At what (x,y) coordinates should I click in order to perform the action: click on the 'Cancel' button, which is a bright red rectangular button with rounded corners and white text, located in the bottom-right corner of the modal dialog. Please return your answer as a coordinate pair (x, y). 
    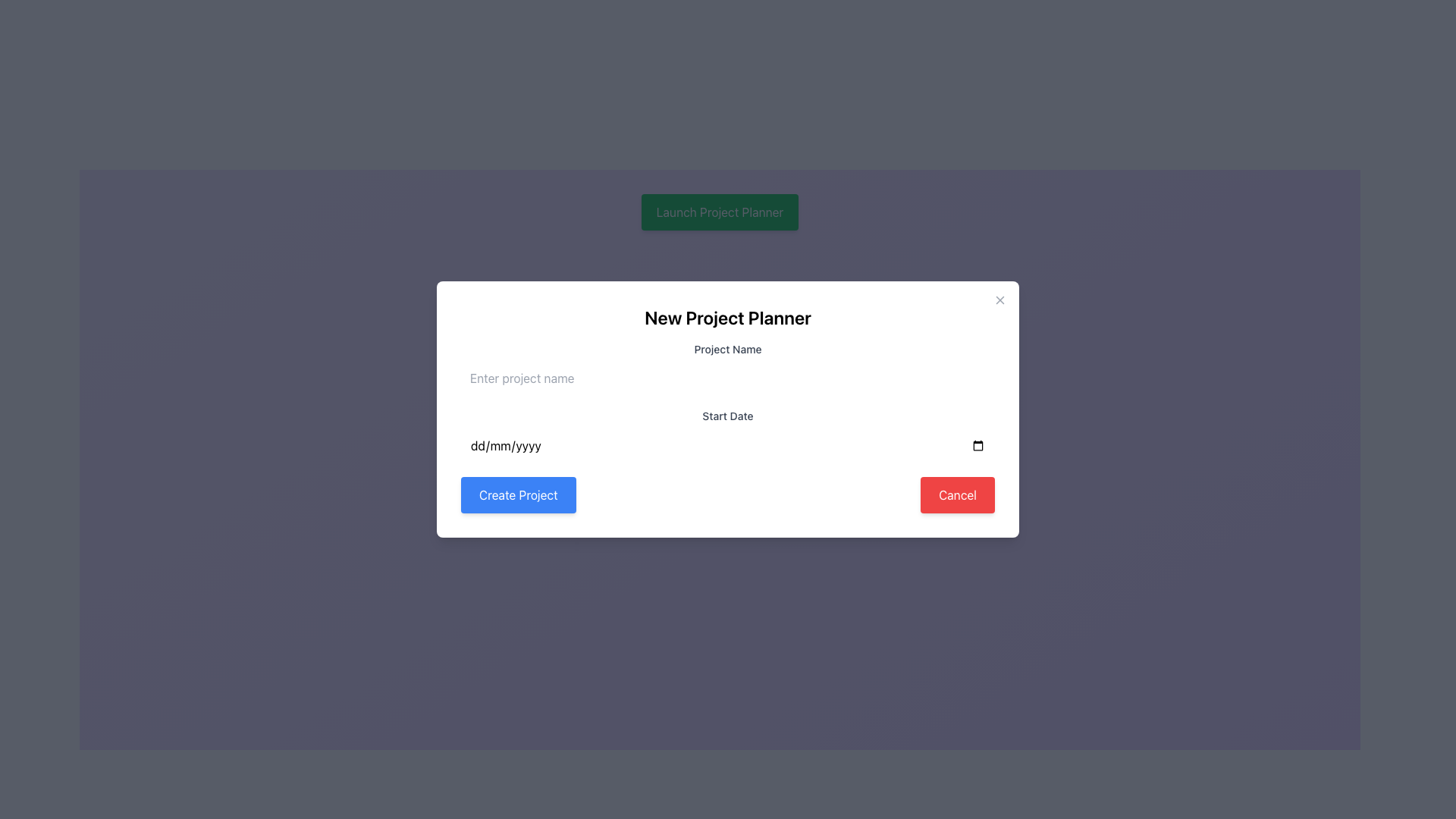
    Looking at the image, I should click on (956, 494).